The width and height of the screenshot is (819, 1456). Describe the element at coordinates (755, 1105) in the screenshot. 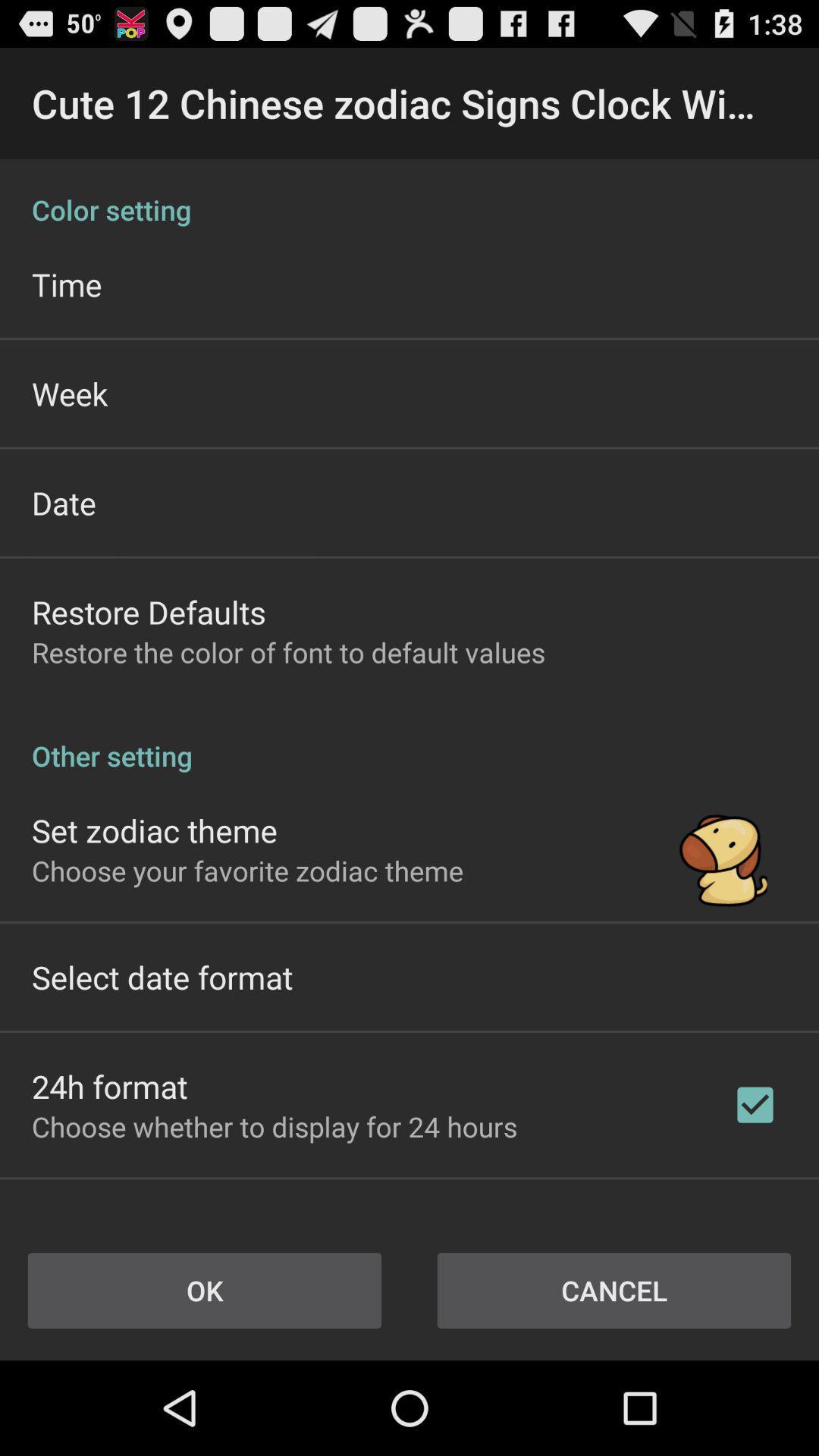

I see `the last tick box` at that location.